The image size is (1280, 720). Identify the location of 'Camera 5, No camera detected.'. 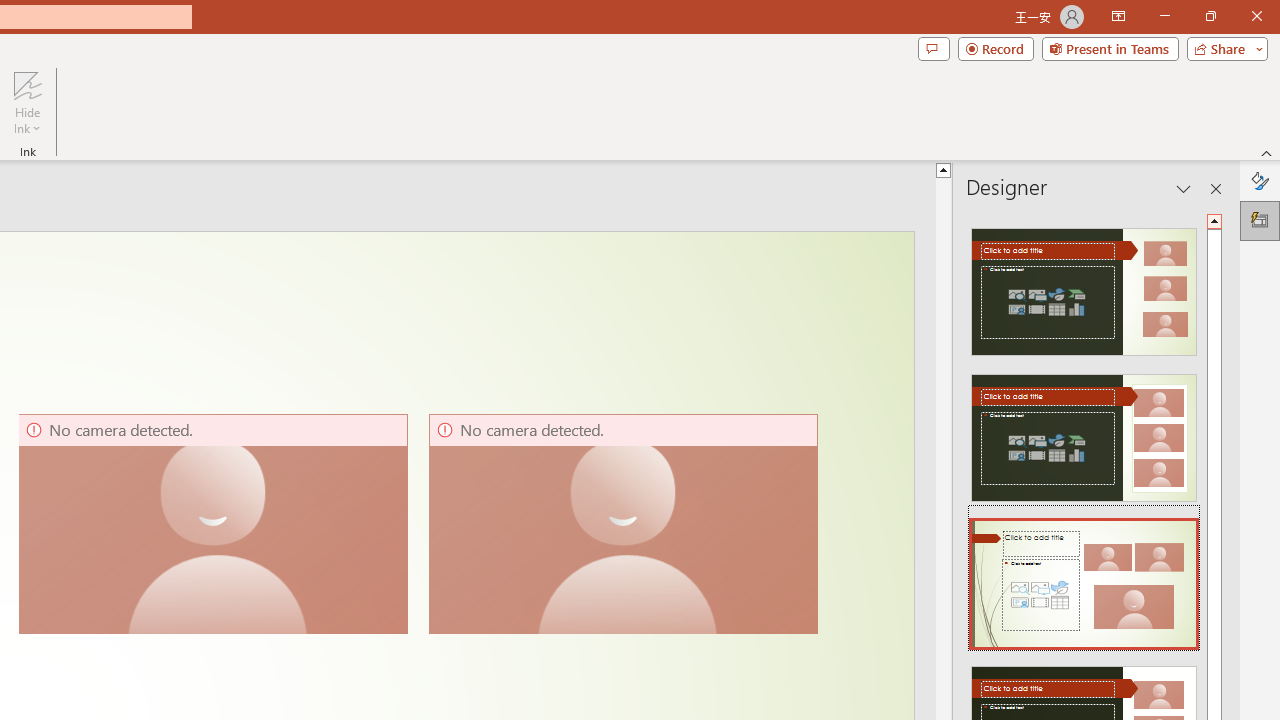
(213, 523).